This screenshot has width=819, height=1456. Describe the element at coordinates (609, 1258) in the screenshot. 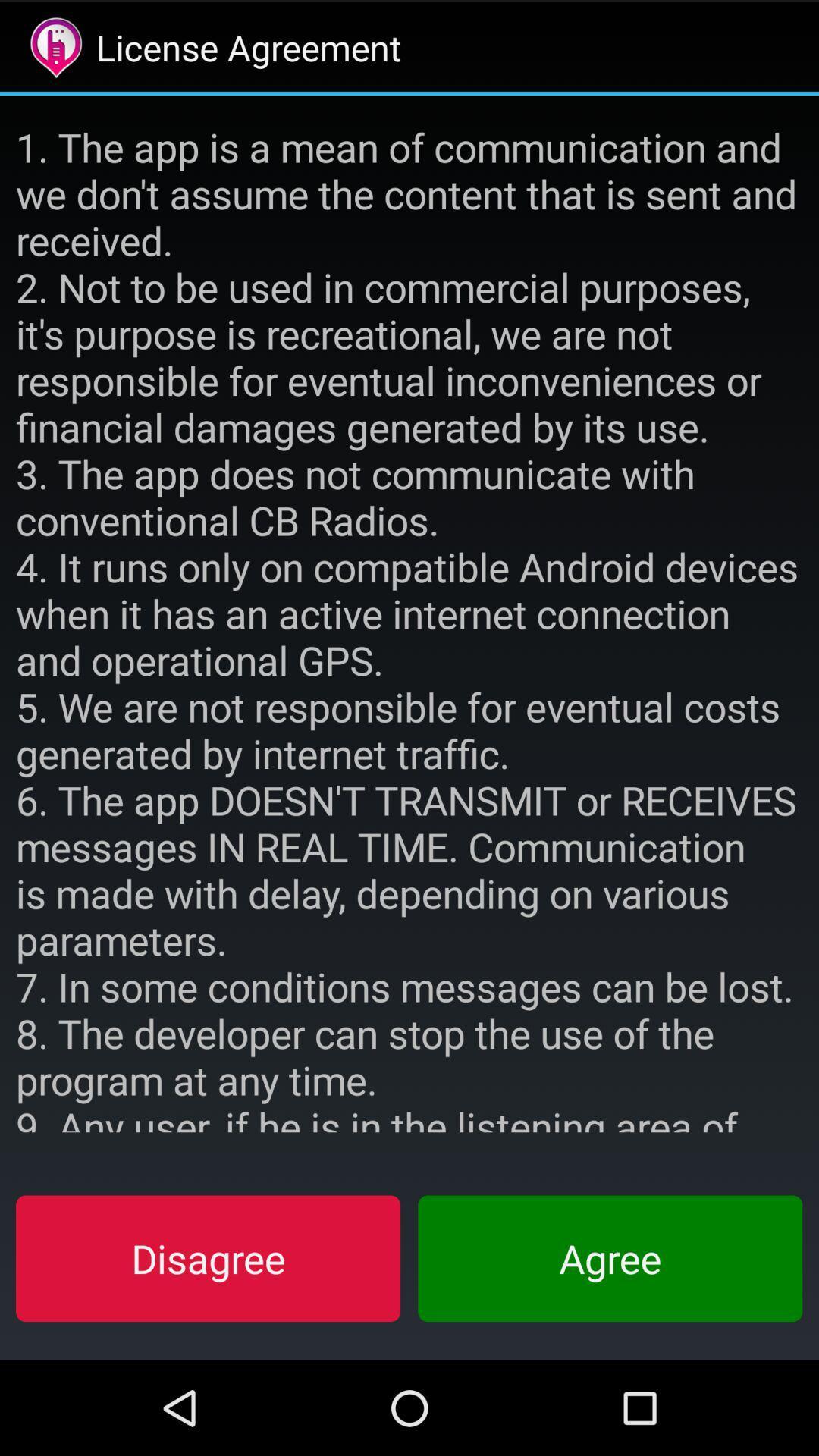

I see `the icon to the right of disagree button` at that location.